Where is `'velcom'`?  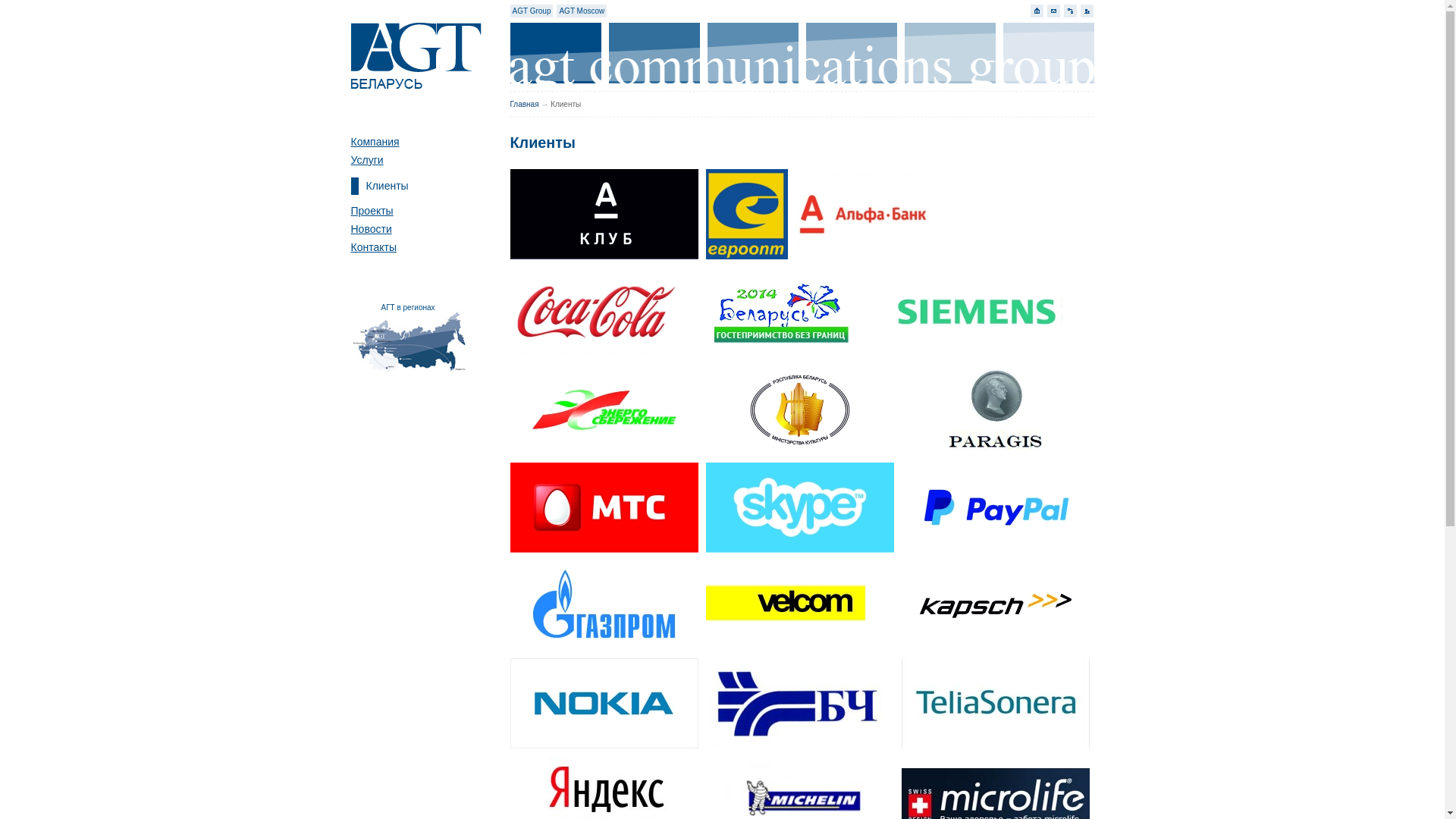
'velcom' is located at coordinates (799, 604).